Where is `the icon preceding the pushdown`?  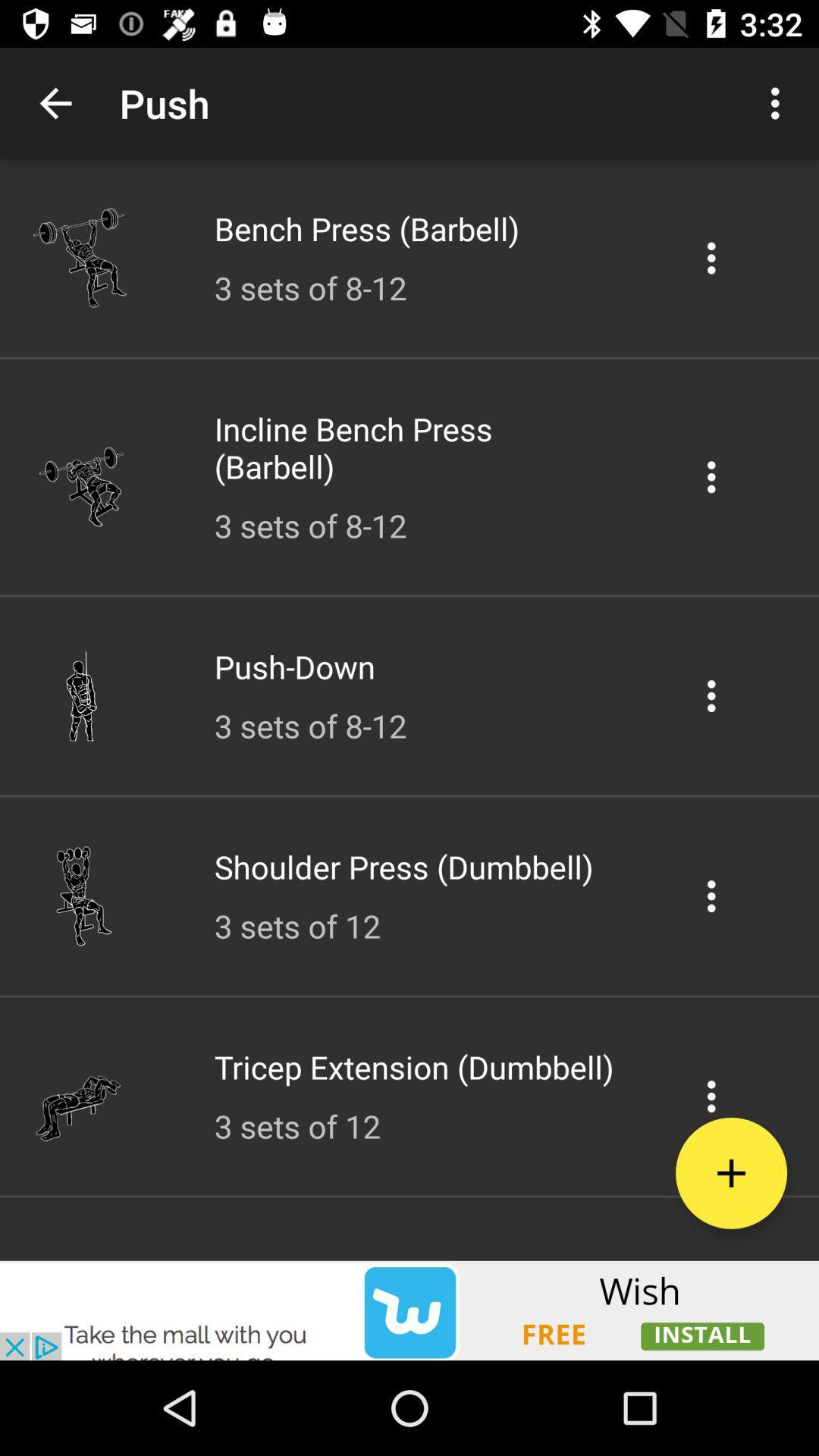
the icon preceding the pushdown is located at coordinates (81, 695).